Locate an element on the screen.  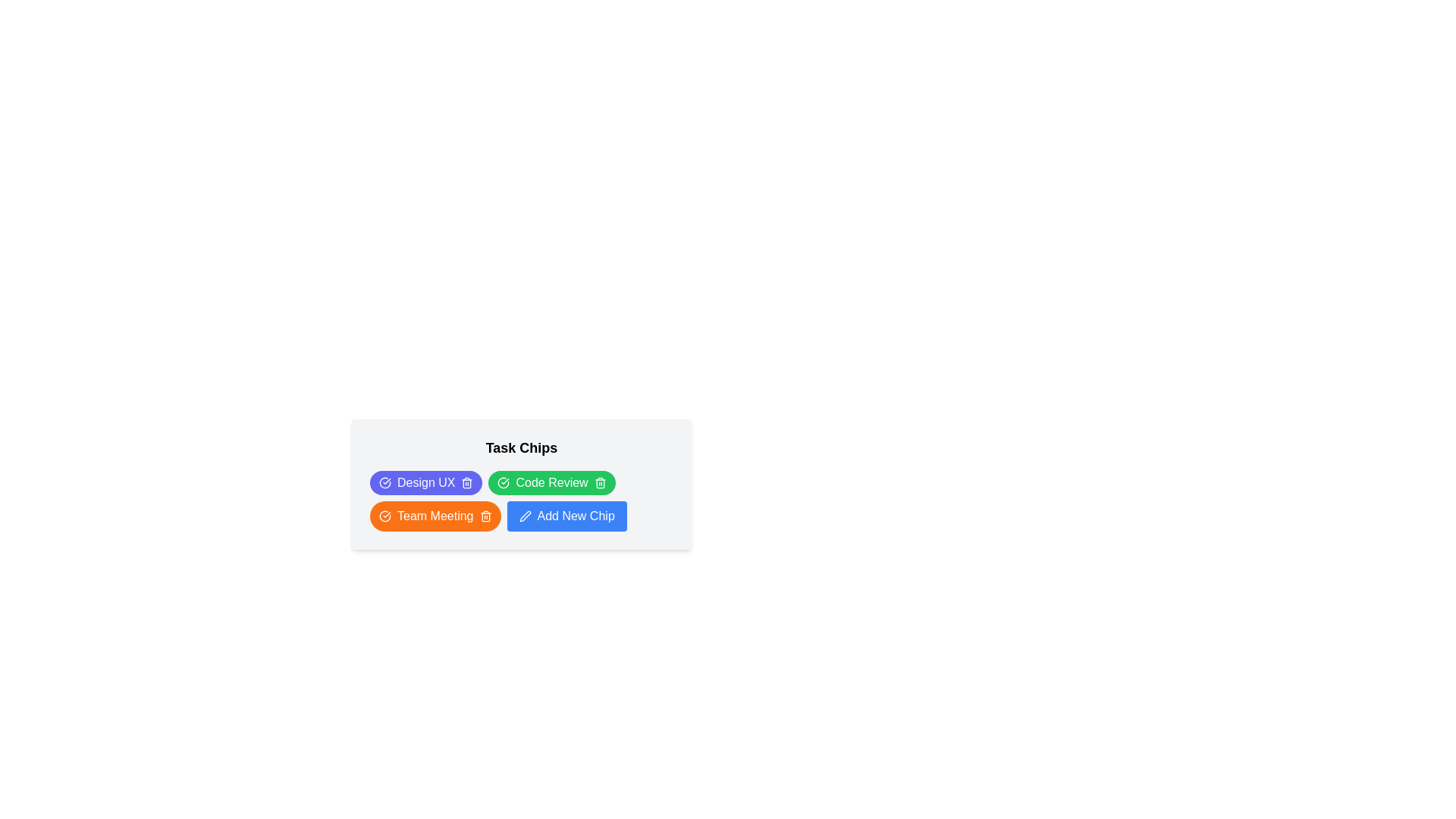
the green 'Code Review' chip element, which features a checkmark icon on the left and a trash icon for deletion on the right is located at coordinates (551, 482).